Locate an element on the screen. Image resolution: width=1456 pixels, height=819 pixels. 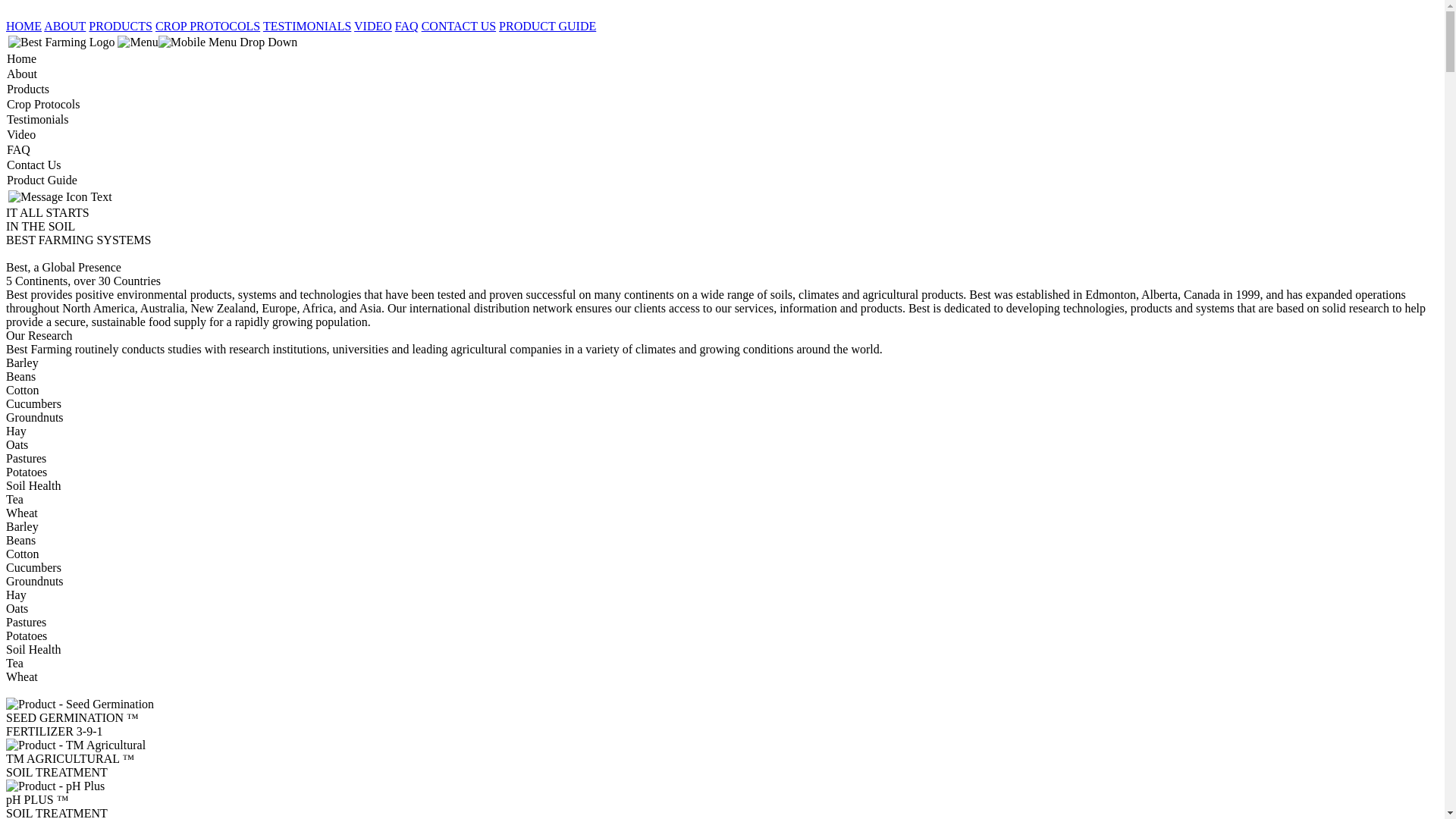
'Pastures' is located at coordinates (6, 458).